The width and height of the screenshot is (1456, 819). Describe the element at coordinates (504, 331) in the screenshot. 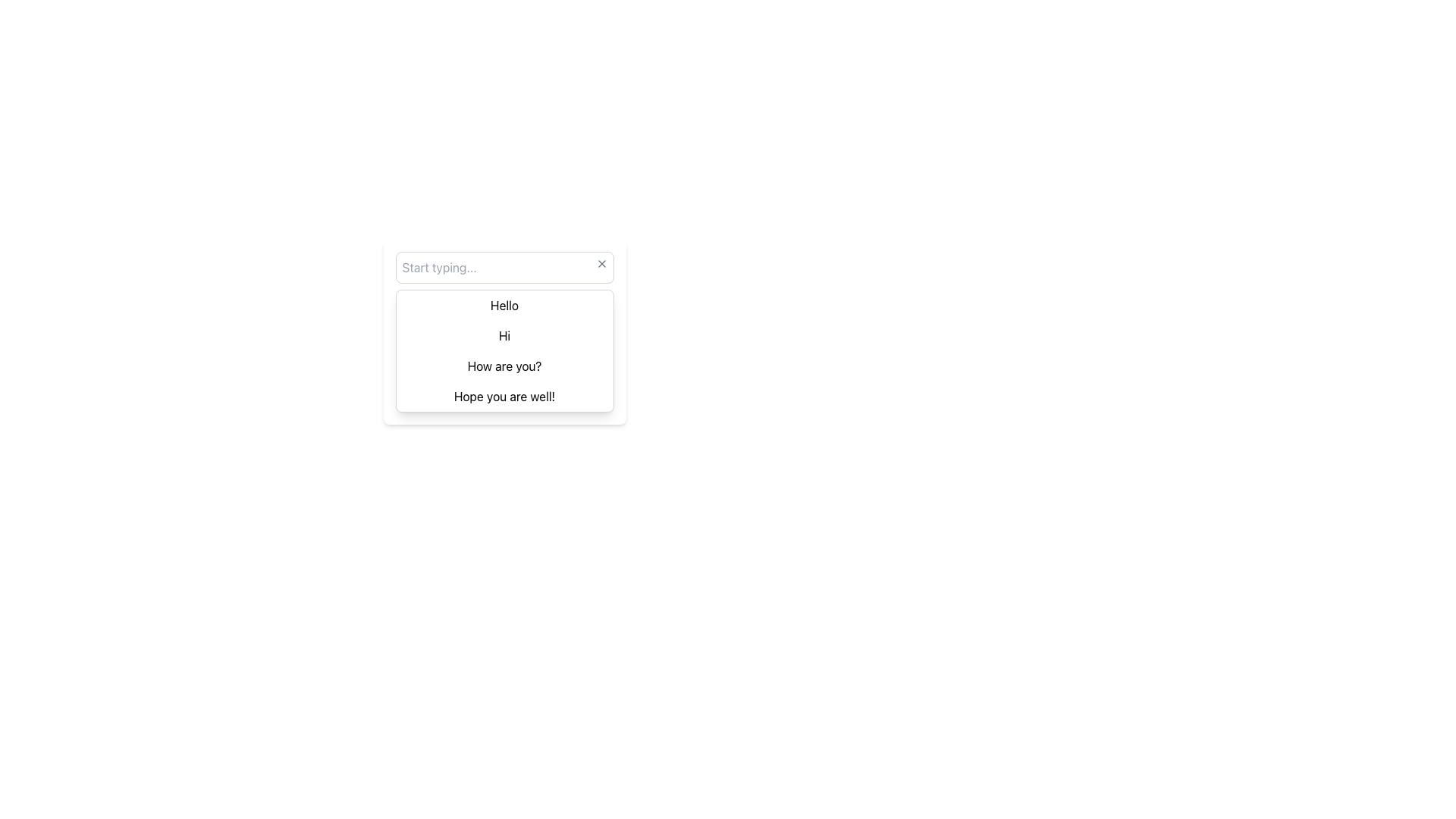

I see `to select the second item in the list positioned between 'Hello' and 'How are you?'` at that location.